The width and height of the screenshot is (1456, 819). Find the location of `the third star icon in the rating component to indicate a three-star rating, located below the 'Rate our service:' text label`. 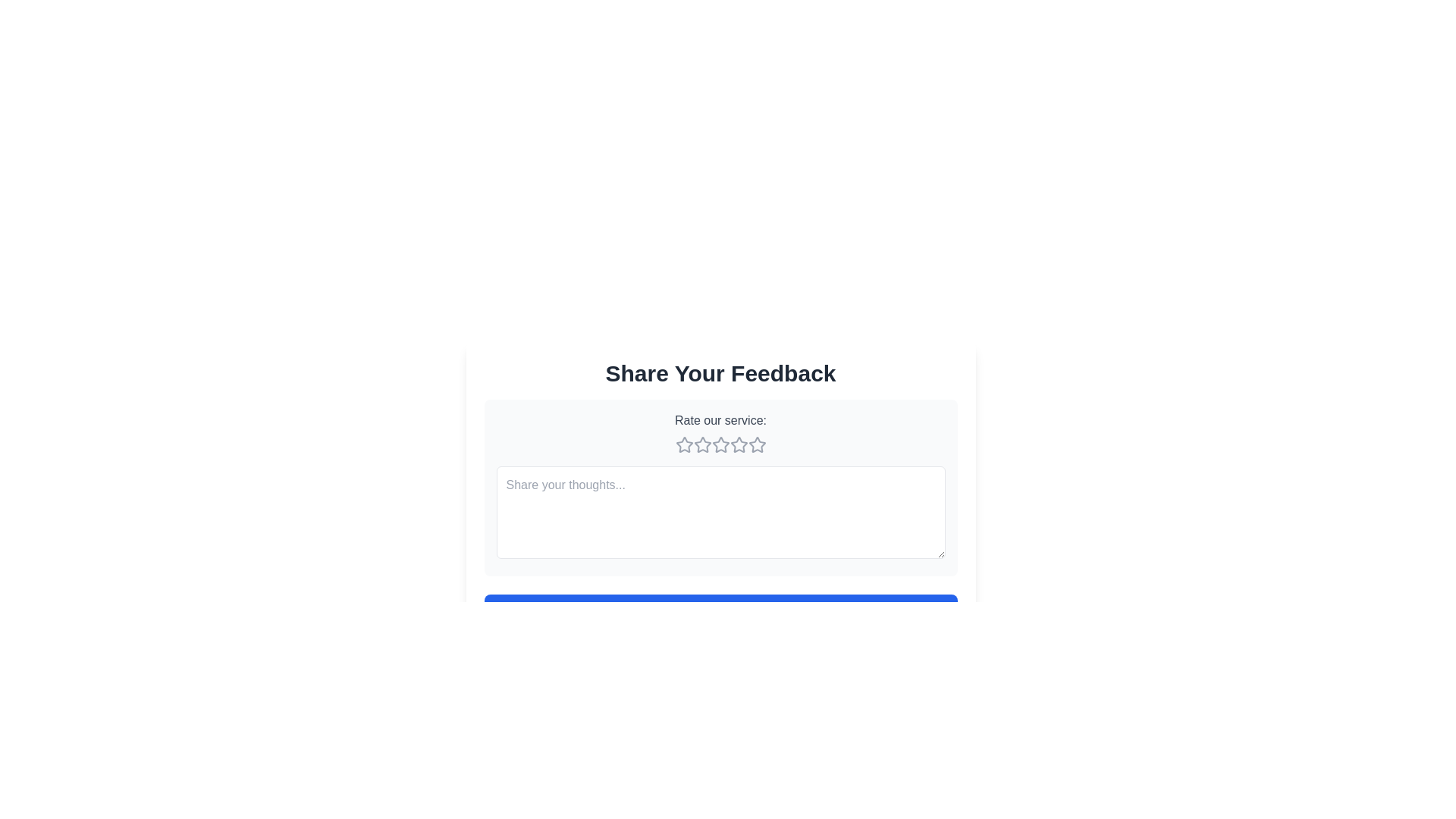

the third star icon in the rating component to indicate a three-star rating, located below the 'Rate our service:' text label is located at coordinates (720, 444).